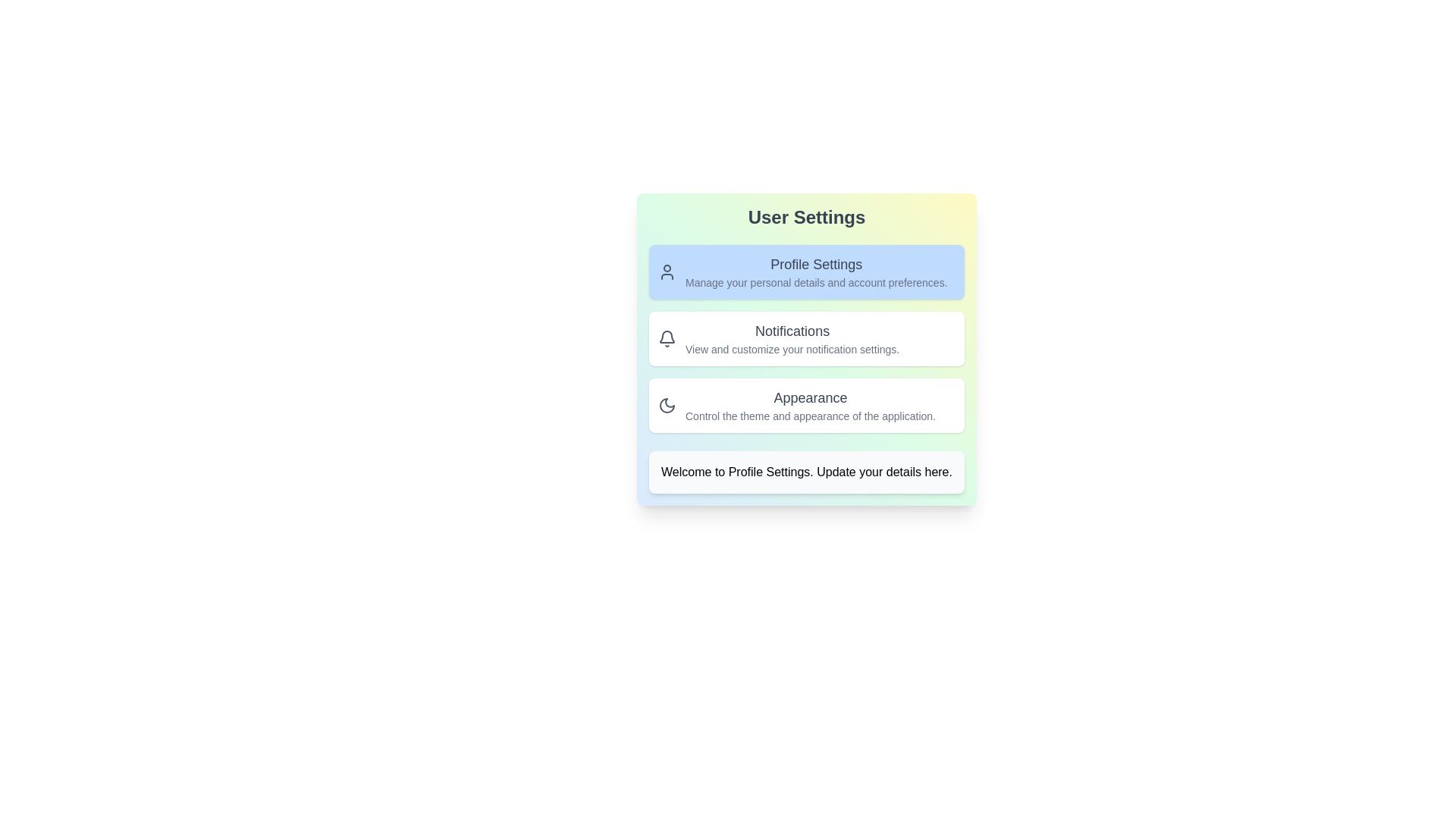 Image resolution: width=1456 pixels, height=819 pixels. Describe the element at coordinates (806, 338) in the screenshot. I see `the option 2 to highlight it` at that location.